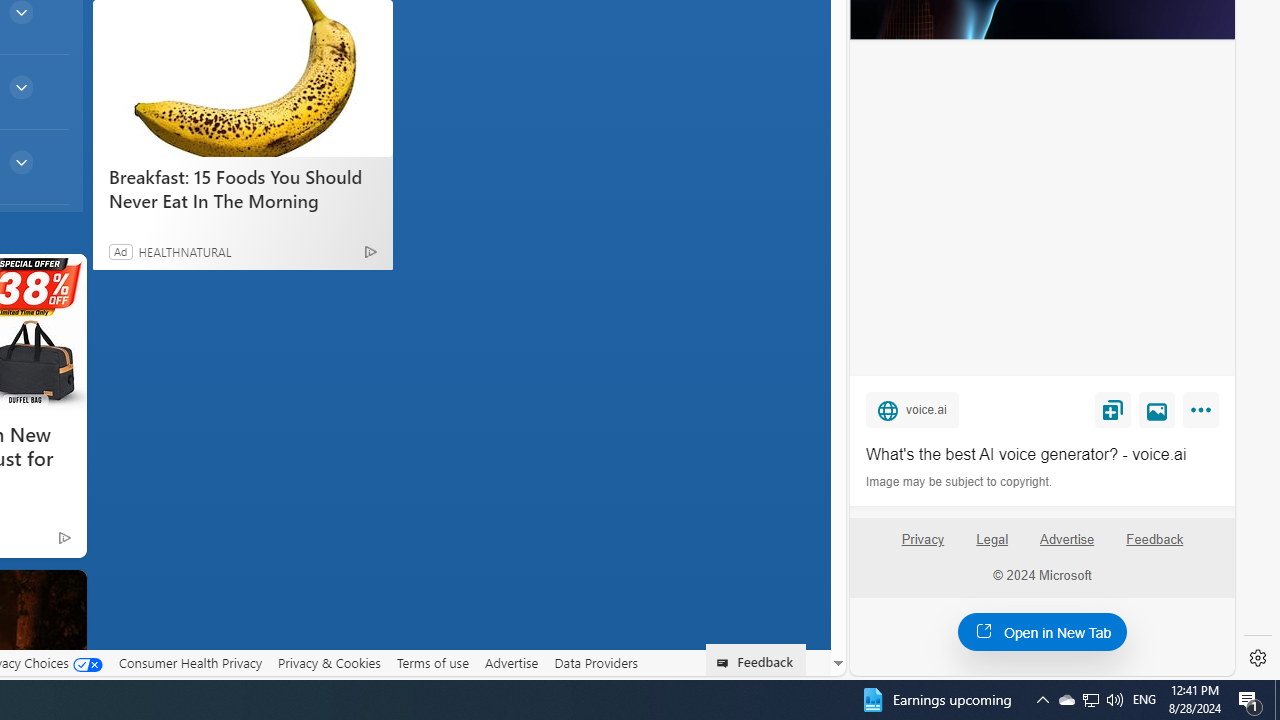  What do you see at coordinates (329, 662) in the screenshot?
I see `'Privacy & Cookies'` at bounding box center [329, 662].